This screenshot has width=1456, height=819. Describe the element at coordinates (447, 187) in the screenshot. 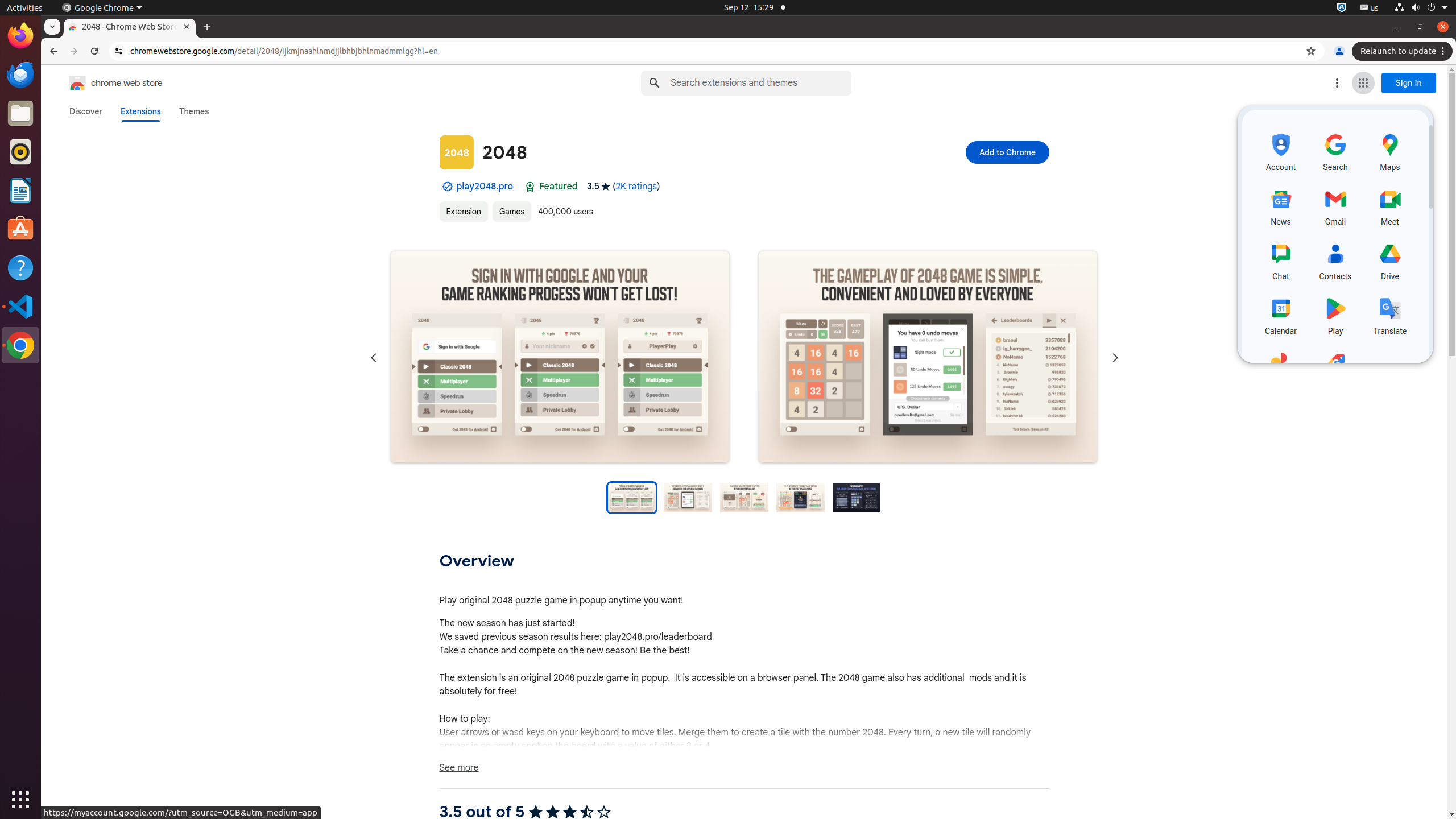

I see `'By Established Publisher Badge'` at that location.